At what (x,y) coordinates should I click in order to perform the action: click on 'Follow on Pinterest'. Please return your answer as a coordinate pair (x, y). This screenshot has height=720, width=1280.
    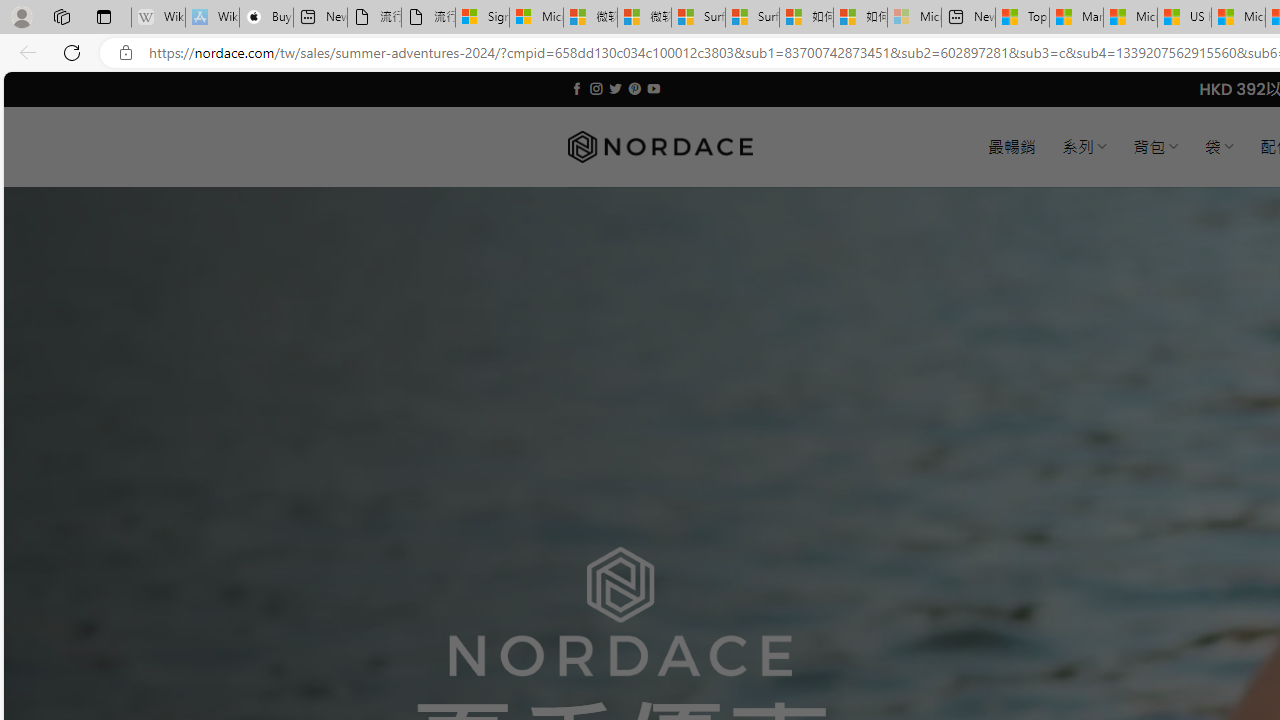
    Looking at the image, I should click on (633, 88).